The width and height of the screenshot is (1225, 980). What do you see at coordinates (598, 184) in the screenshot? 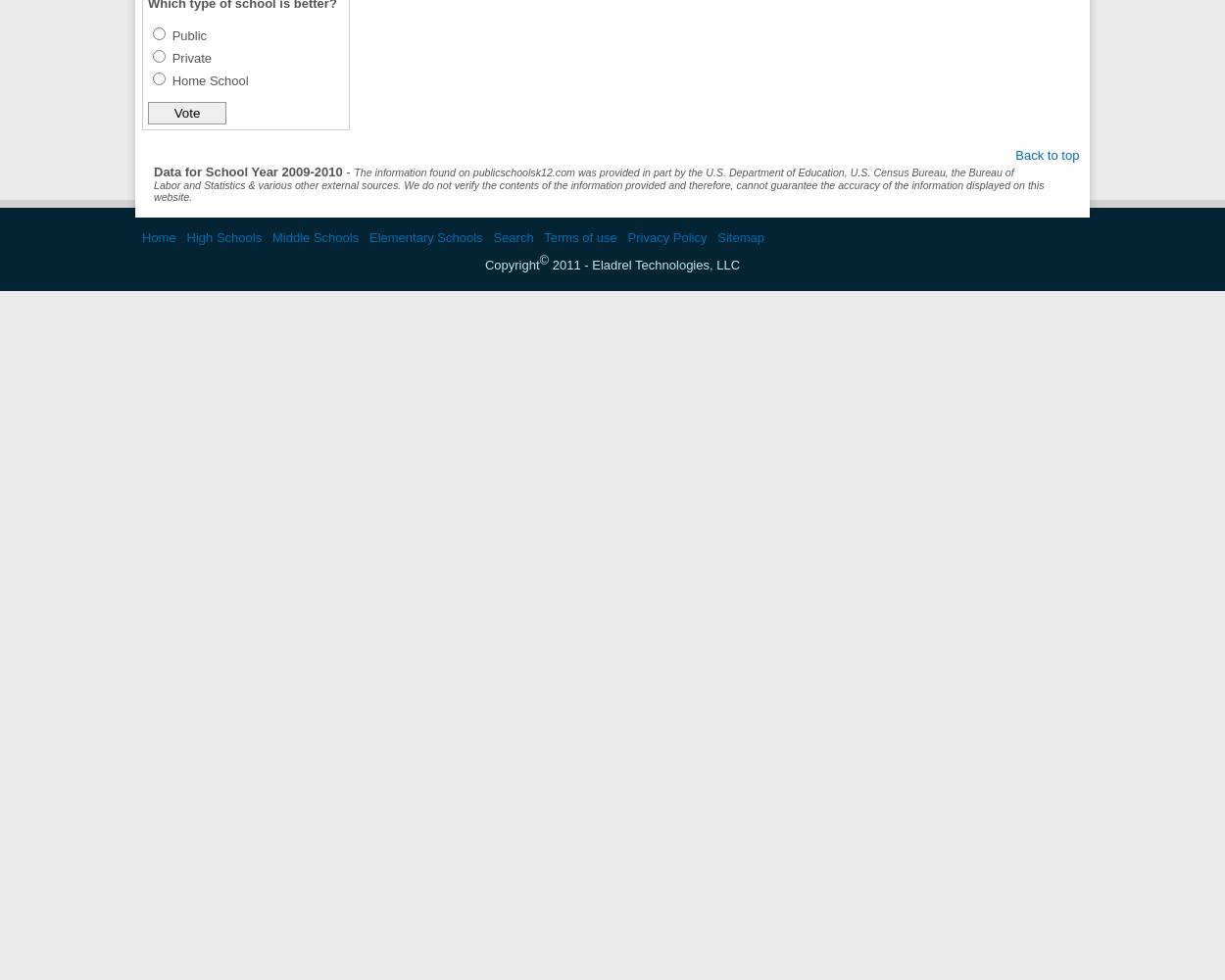
I see `'The information found on publicschoolsk12.com was provided in part by the U.S. Department of Education, U.S. Census Bureau, the Bureau of Labor and Statistics & various other external sources. 
											We do not verify the contents of the information provided and therefore, cannot guarantee the accuracy of the information displayed on this website.'` at bounding box center [598, 184].